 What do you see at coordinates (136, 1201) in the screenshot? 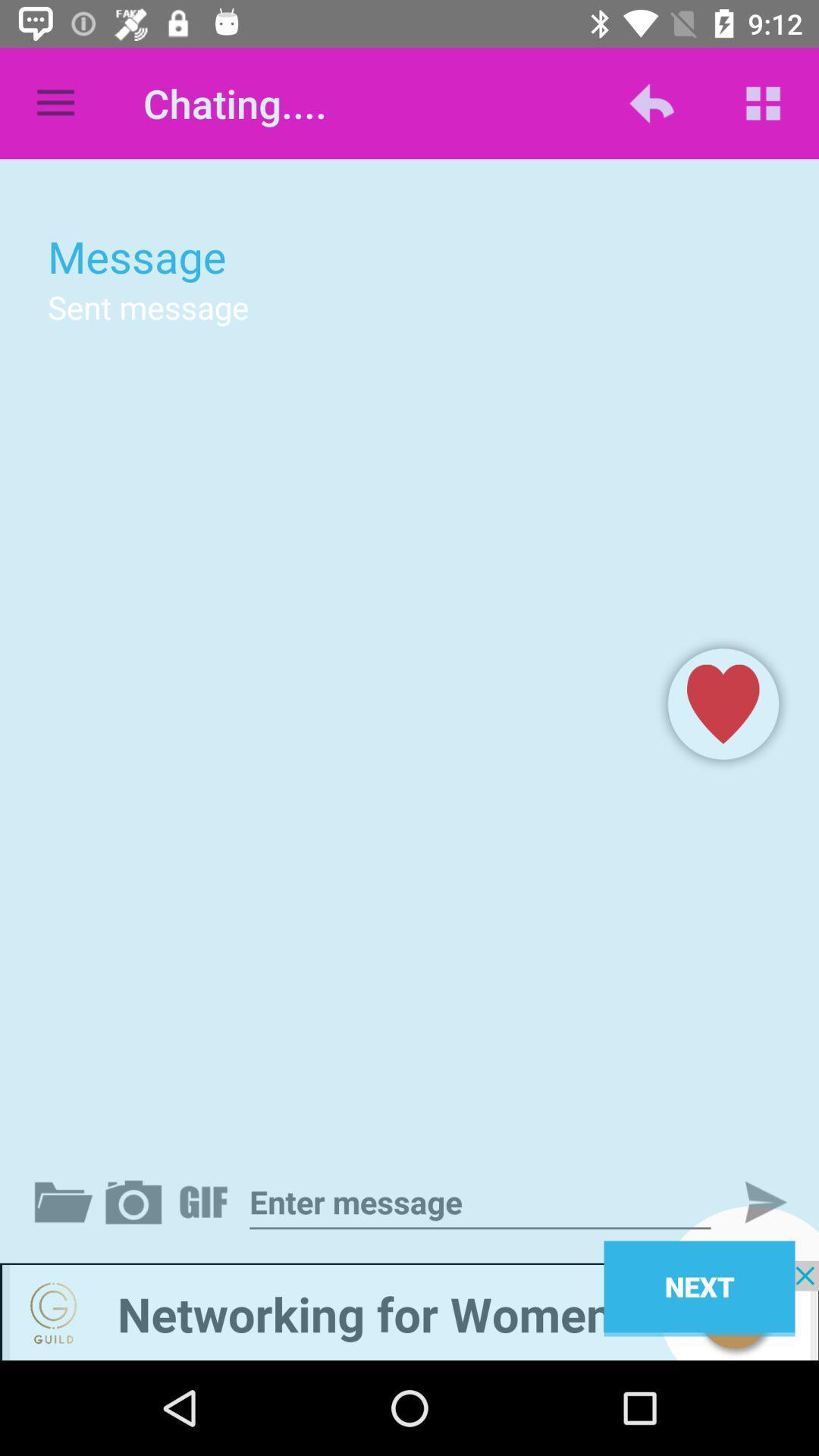
I see `the photo icon` at bounding box center [136, 1201].